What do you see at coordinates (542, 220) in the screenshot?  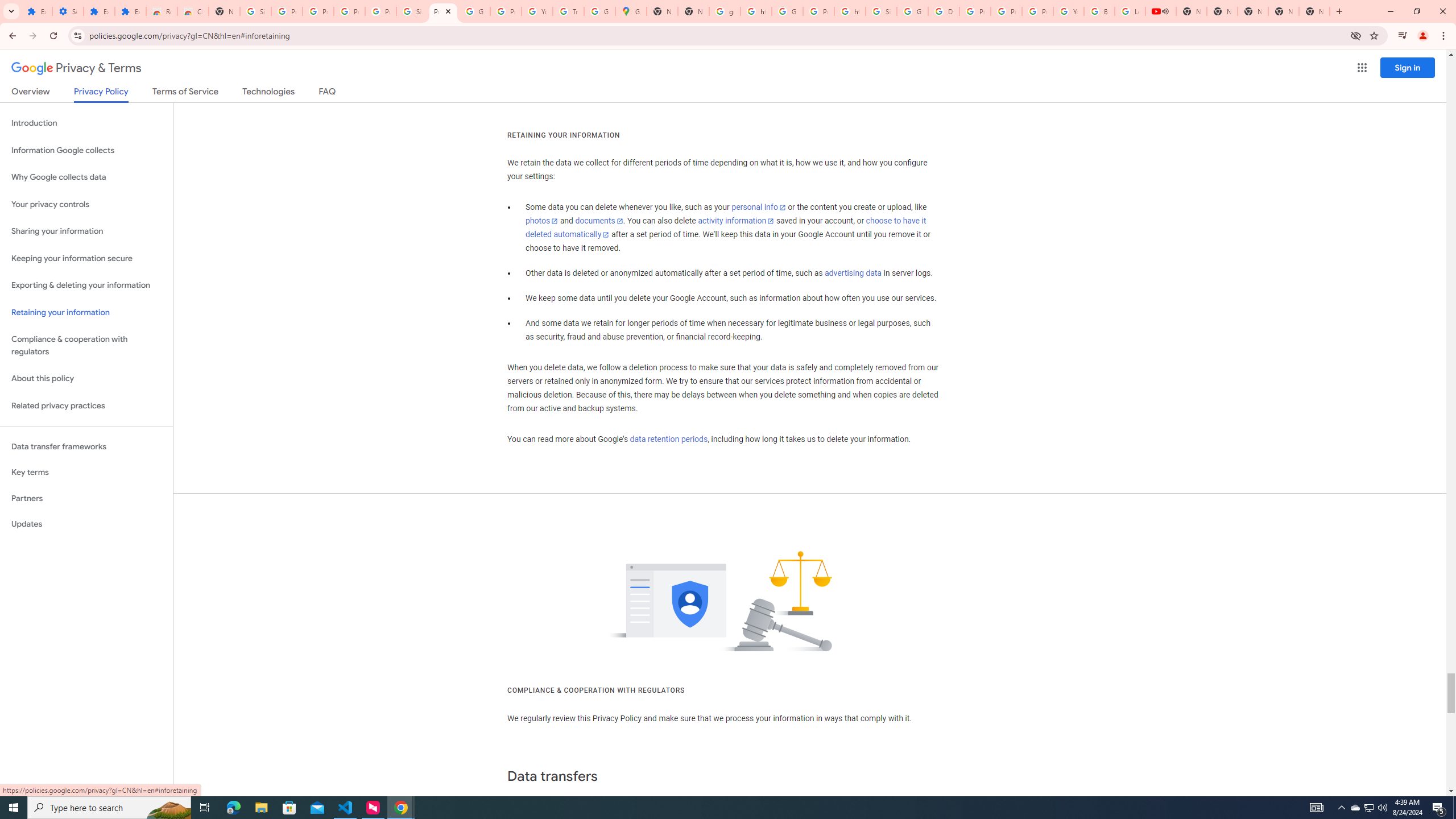 I see `'photos'` at bounding box center [542, 220].